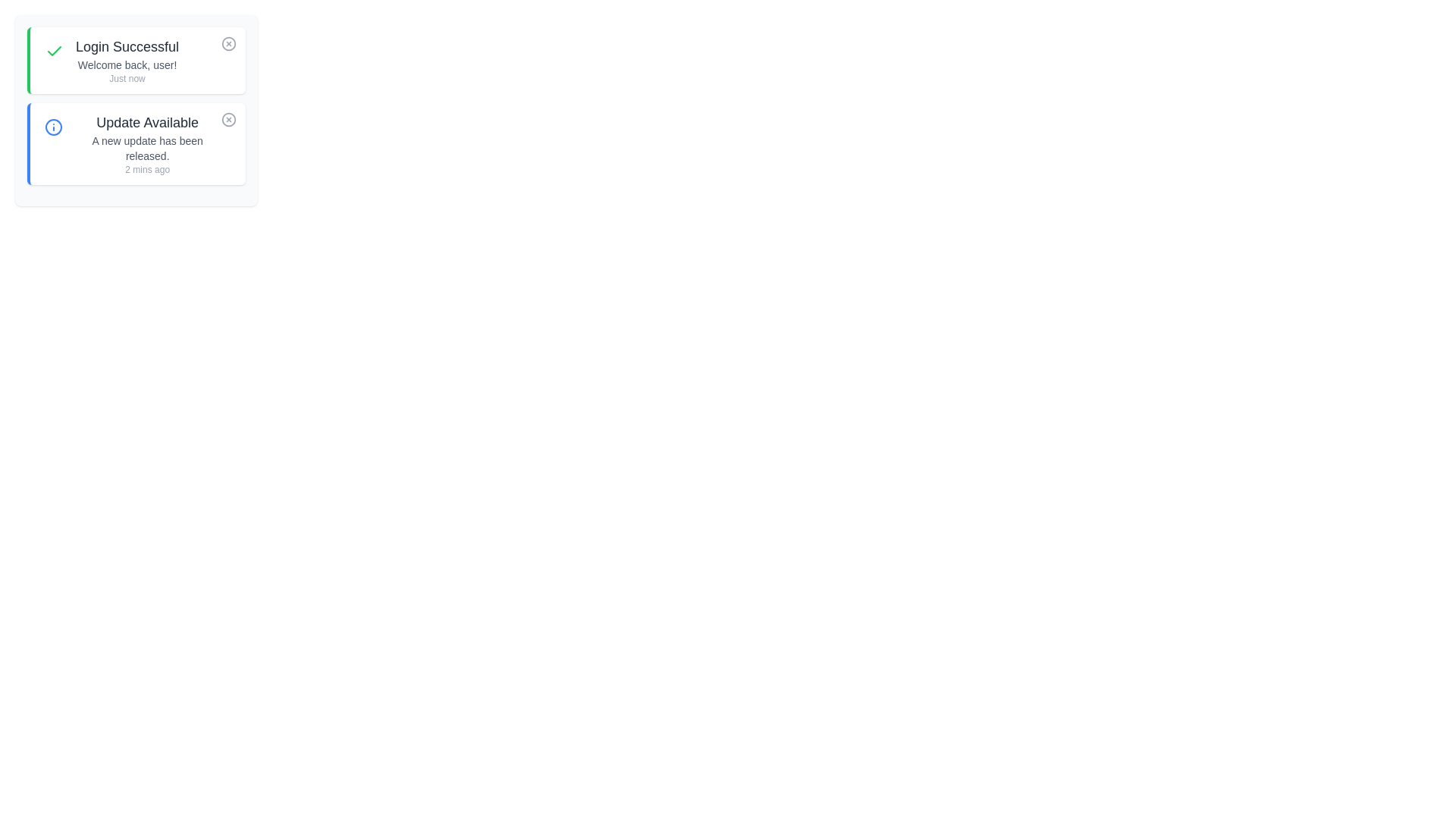 This screenshot has height=819, width=1456. What do you see at coordinates (228, 119) in the screenshot?
I see `the small circular 'X' button in the upper-right corner of the 'Update Available' notification card` at bounding box center [228, 119].